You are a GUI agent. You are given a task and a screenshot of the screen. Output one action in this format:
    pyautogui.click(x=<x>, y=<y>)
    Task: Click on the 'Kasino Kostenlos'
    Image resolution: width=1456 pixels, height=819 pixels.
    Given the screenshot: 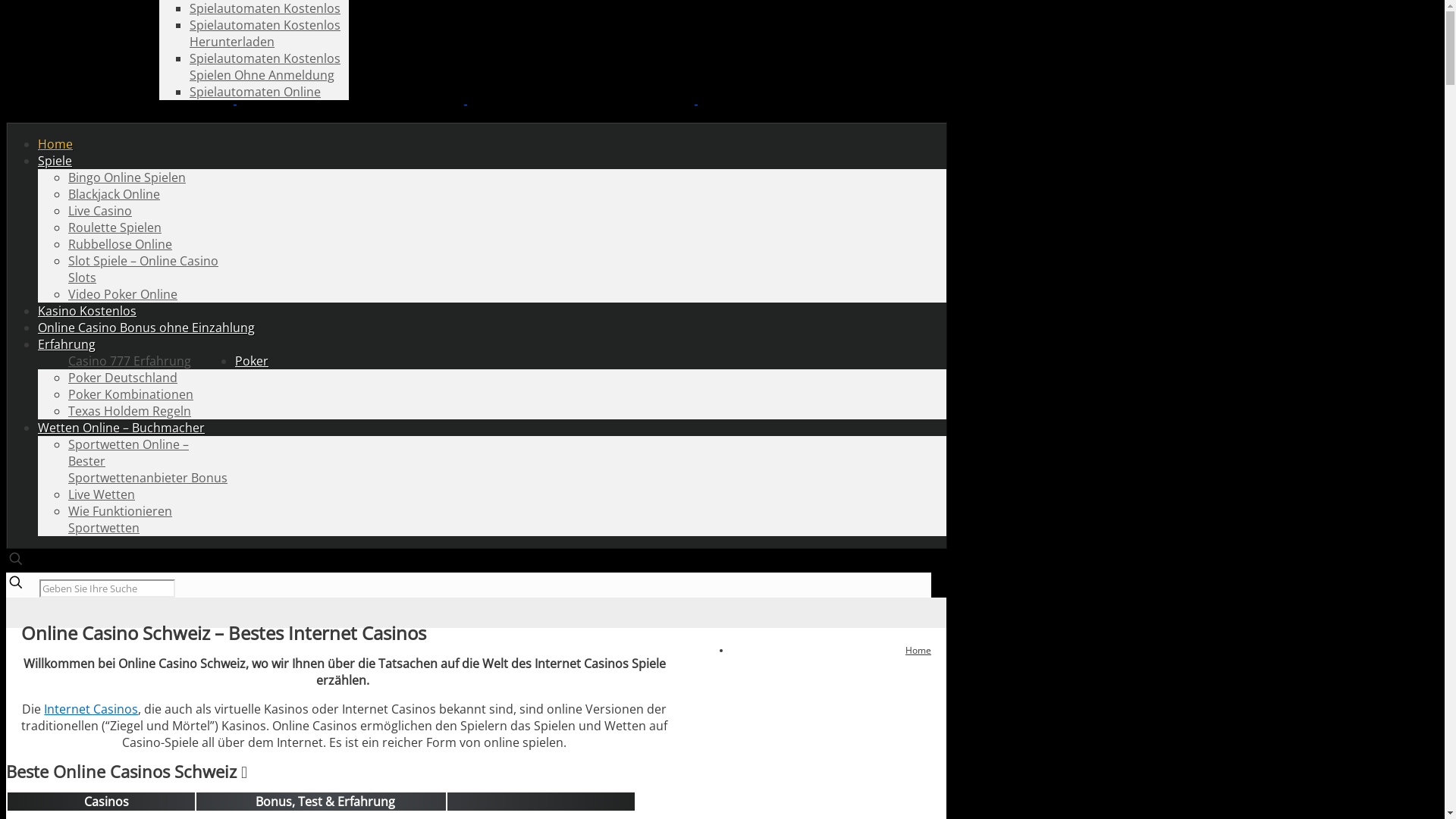 What is the action you would take?
    pyautogui.click(x=86, y=309)
    